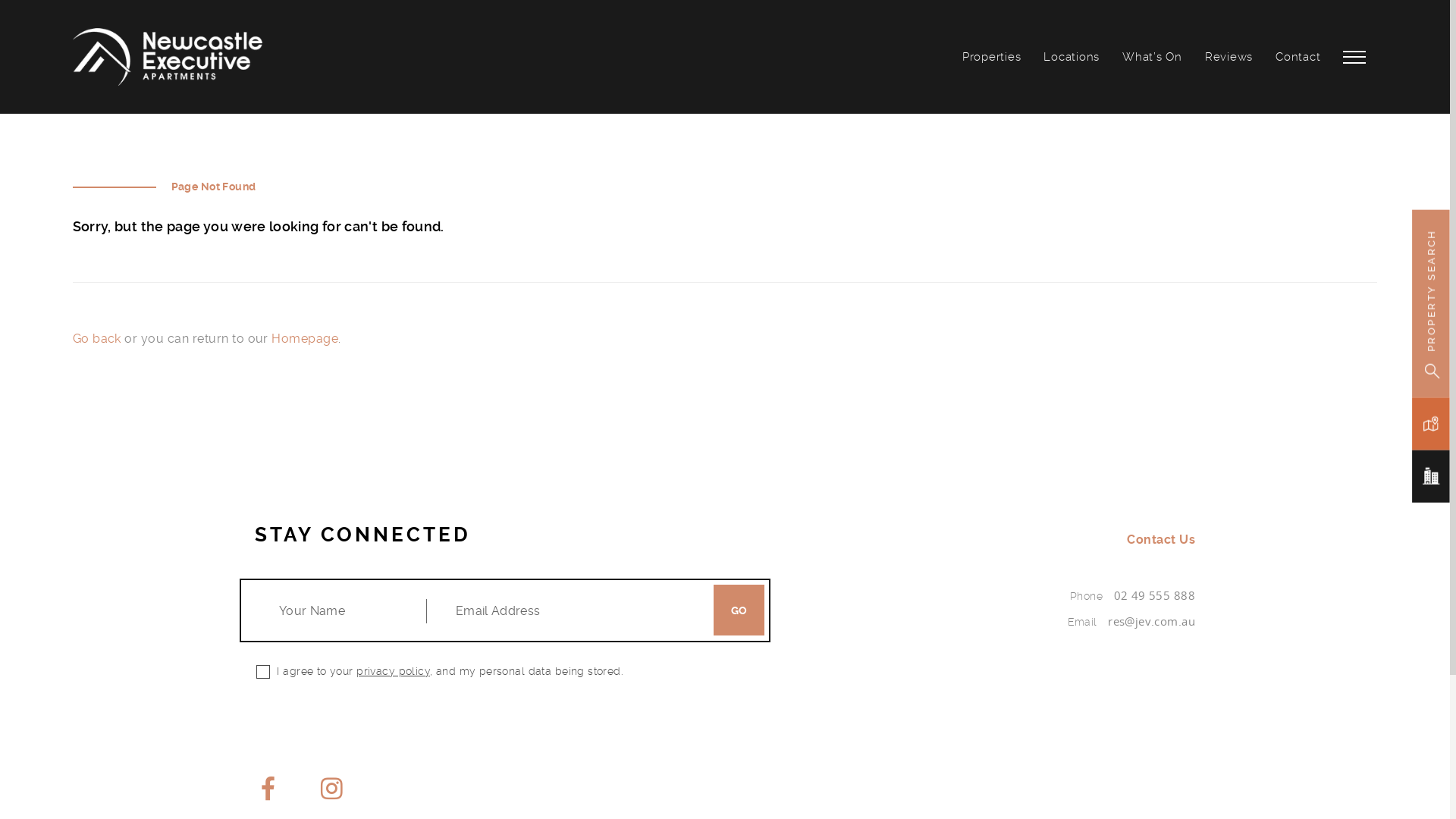 This screenshot has width=1456, height=819. I want to click on 'Reviews', so click(1228, 55).